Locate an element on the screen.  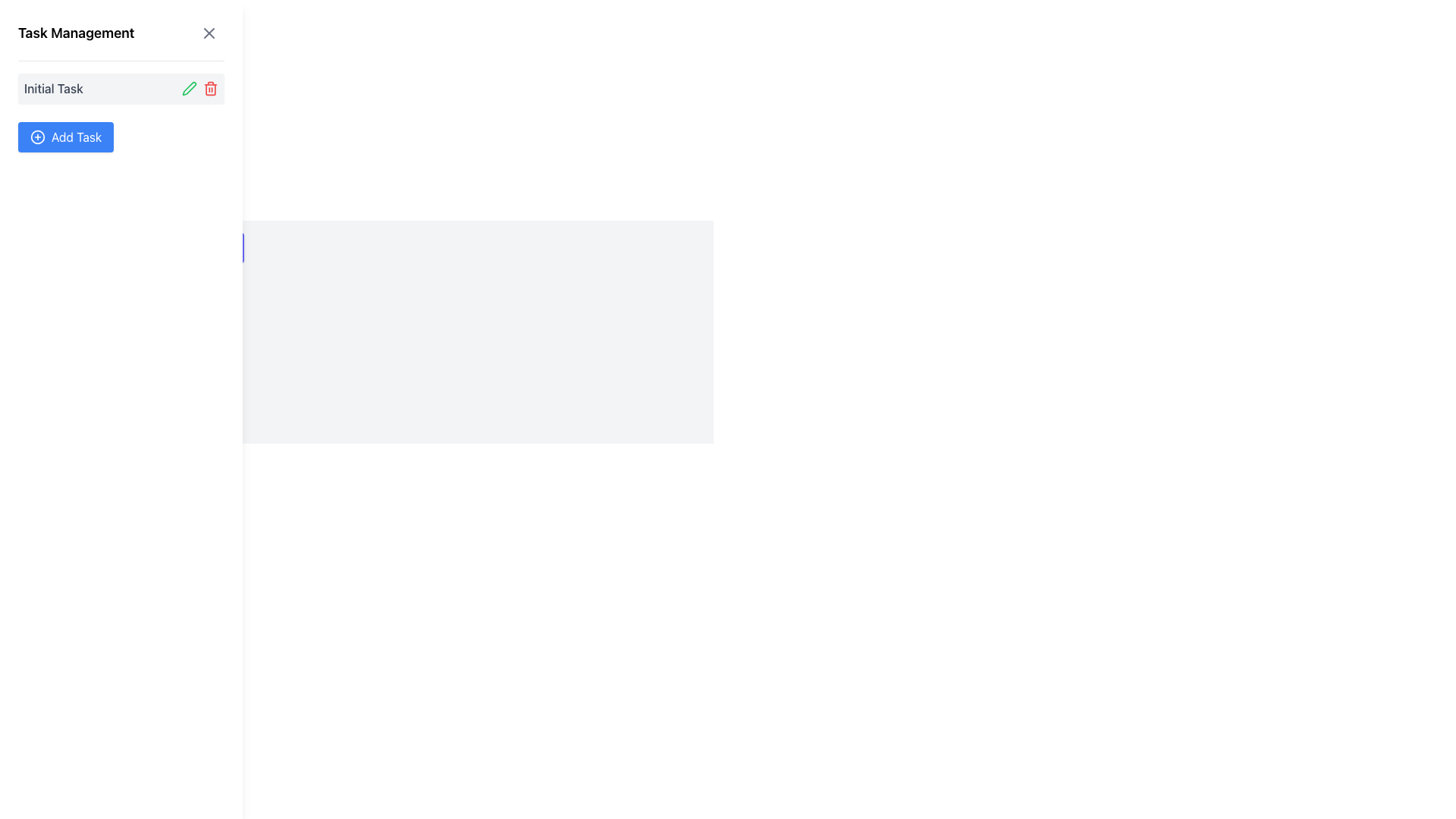
the green pencil icon button located in the 'Task Management' sidebar next to the 'Initial Task' label is located at coordinates (188, 88).